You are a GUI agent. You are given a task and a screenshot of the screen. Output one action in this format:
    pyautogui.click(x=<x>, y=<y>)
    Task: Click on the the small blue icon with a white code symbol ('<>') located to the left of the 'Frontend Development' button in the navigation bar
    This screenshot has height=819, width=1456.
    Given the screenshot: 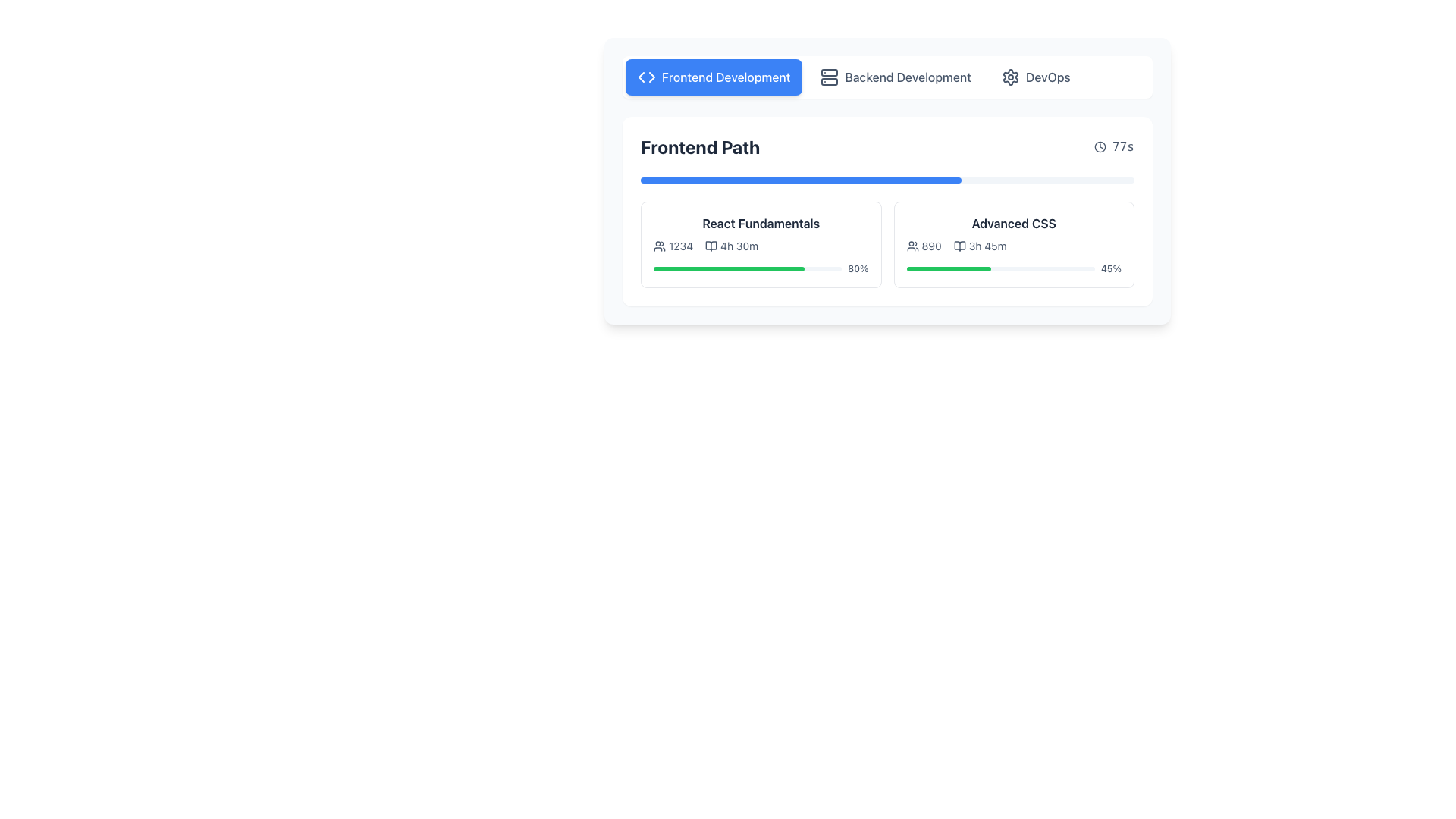 What is the action you would take?
    pyautogui.click(x=647, y=77)
    